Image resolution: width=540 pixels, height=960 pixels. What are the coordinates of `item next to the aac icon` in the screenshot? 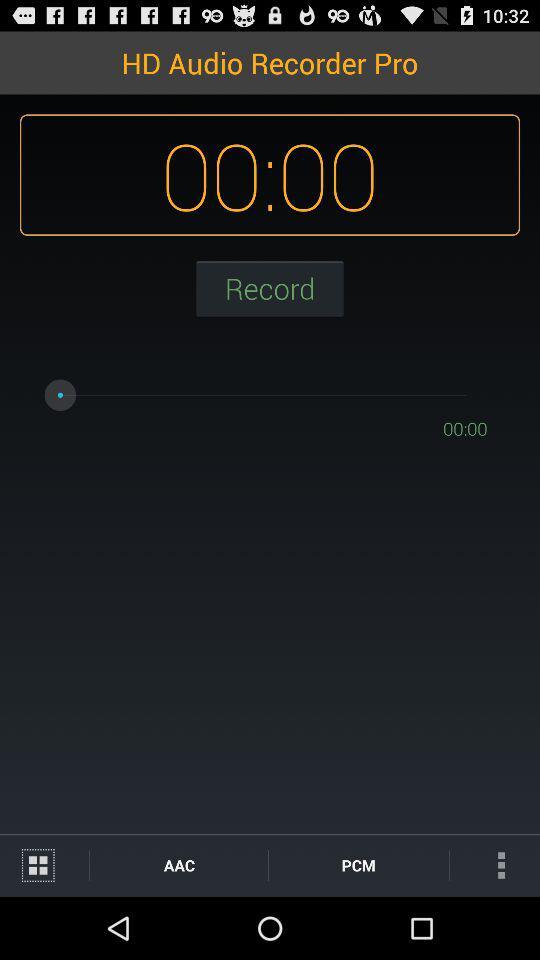 It's located at (357, 864).